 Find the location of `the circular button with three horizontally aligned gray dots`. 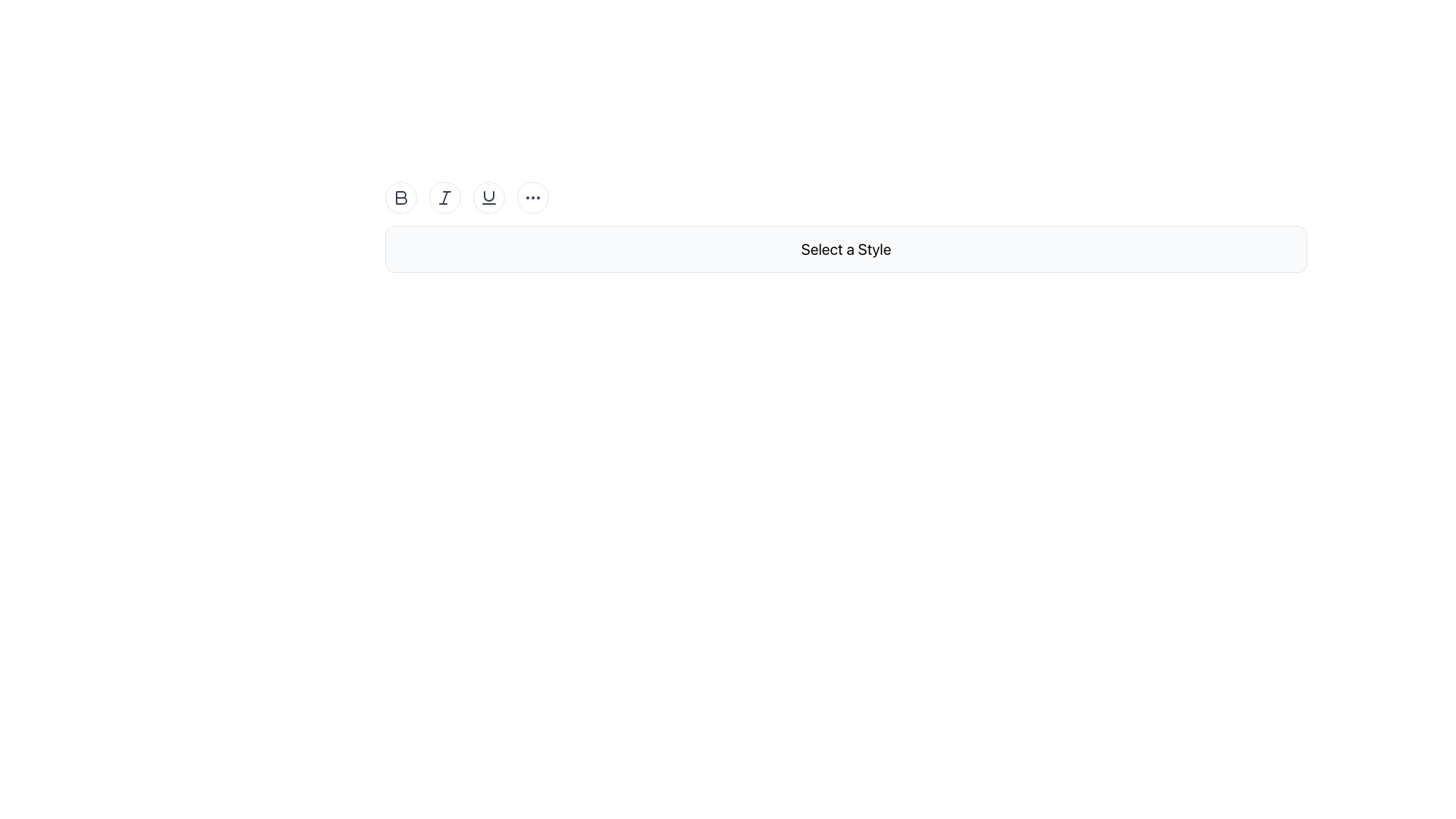

the circular button with three horizontally aligned gray dots is located at coordinates (532, 197).